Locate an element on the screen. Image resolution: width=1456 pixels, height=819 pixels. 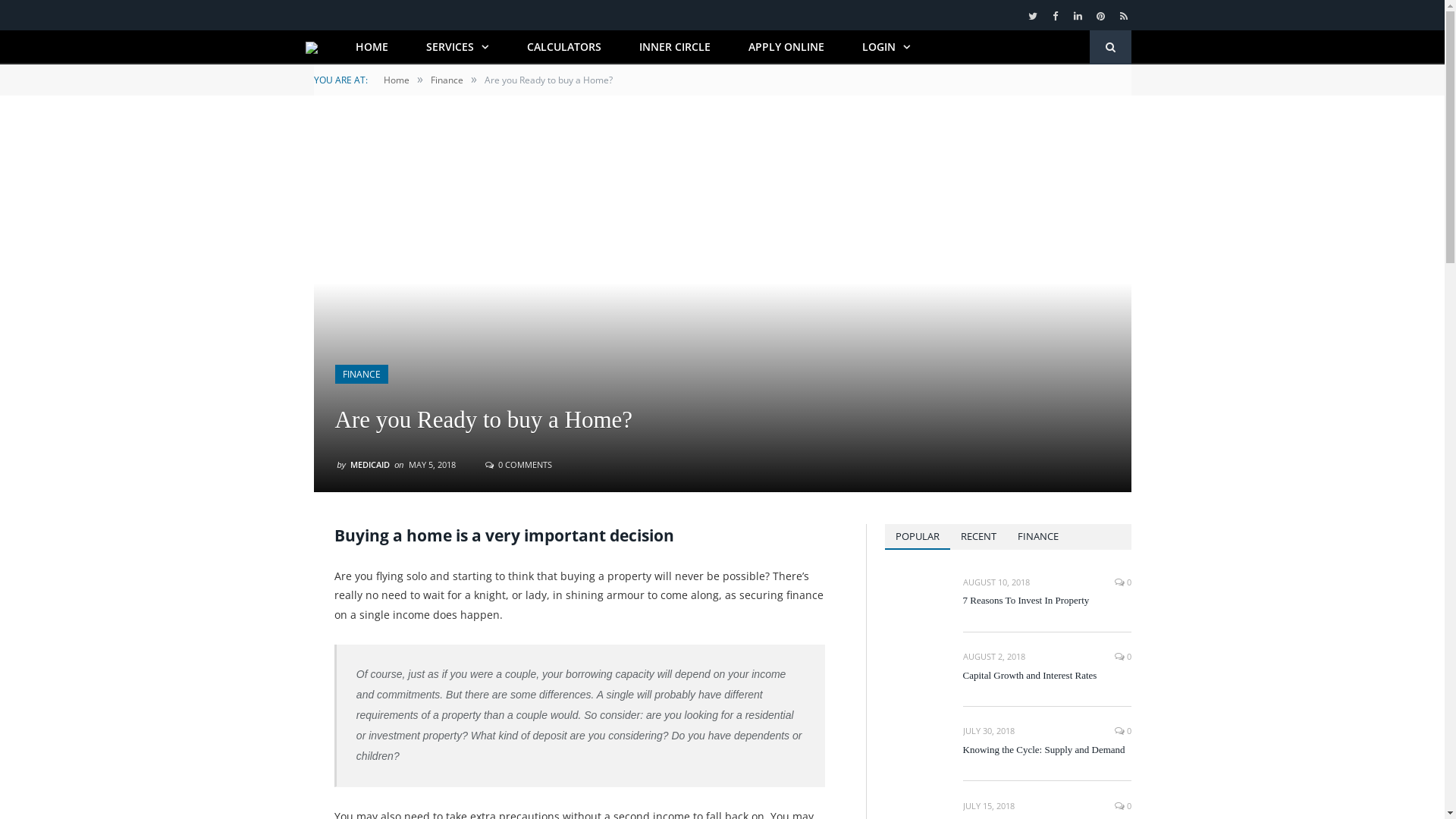
'Pinterest' is located at coordinates (1101, 17).